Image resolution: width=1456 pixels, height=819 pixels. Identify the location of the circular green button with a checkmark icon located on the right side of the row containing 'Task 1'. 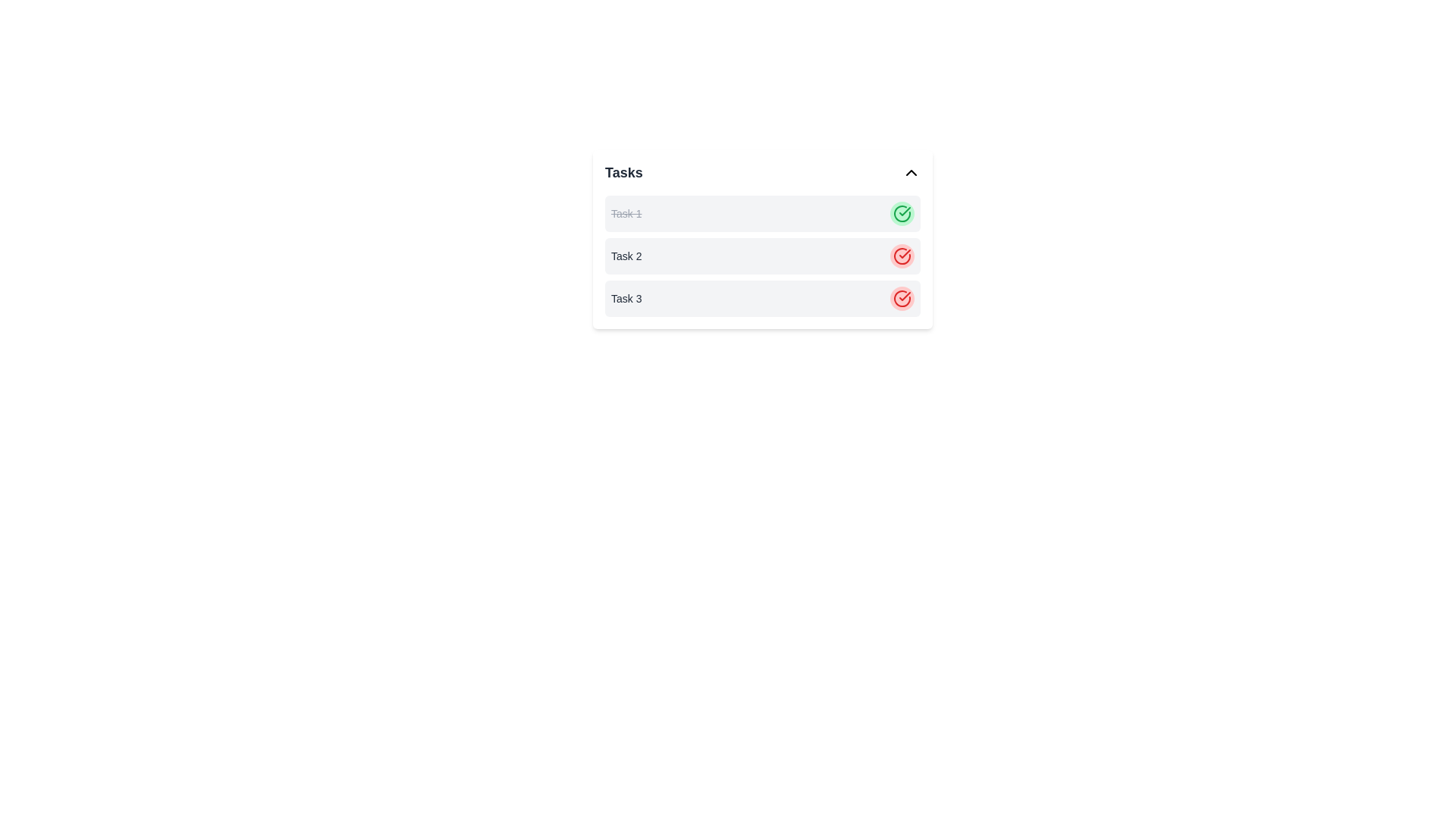
(902, 213).